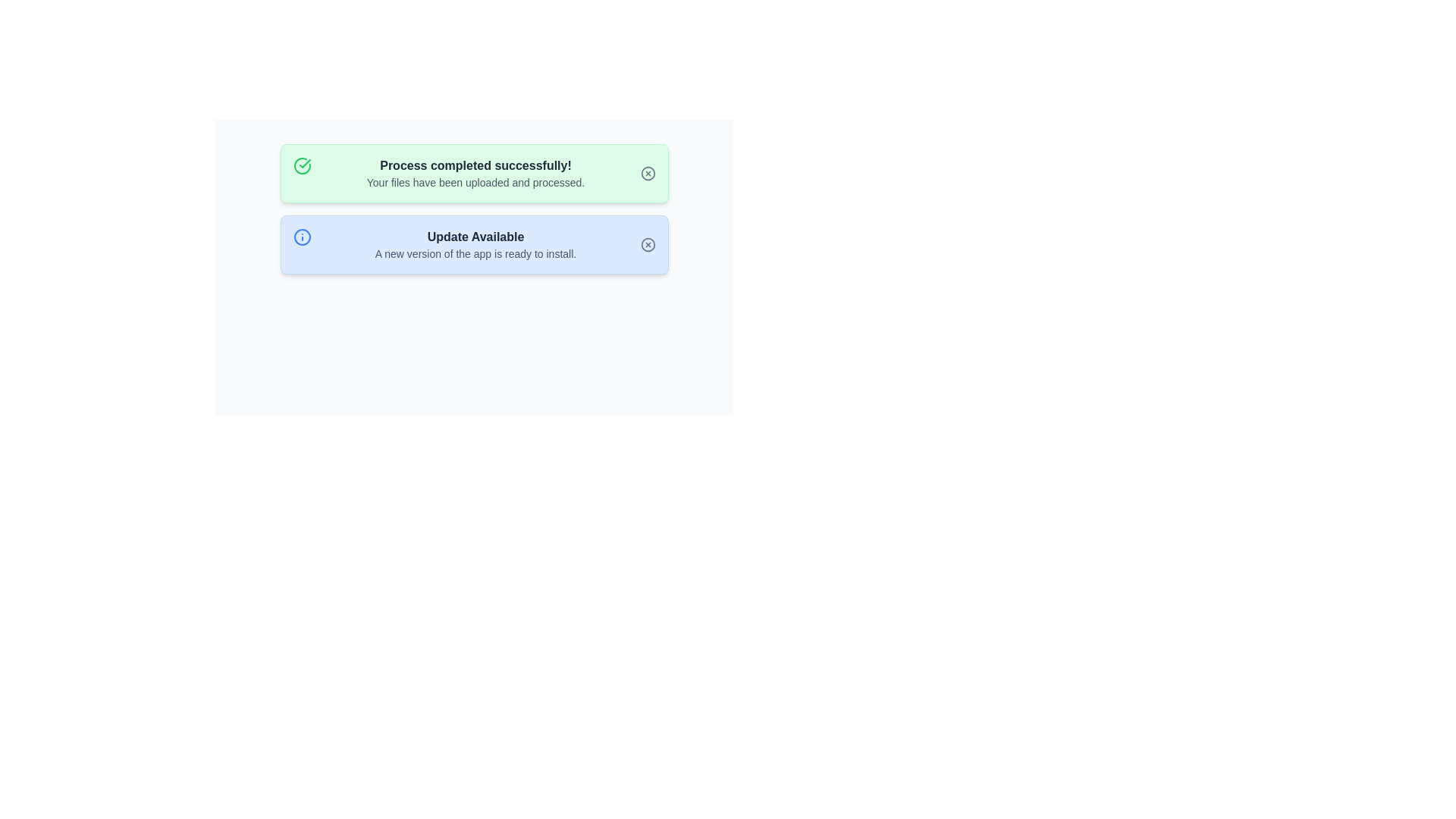  Describe the element at coordinates (473, 172) in the screenshot. I see `the success notification box indicating that files have been uploaded and processed, positioned above the 'Update Available' notification` at that location.